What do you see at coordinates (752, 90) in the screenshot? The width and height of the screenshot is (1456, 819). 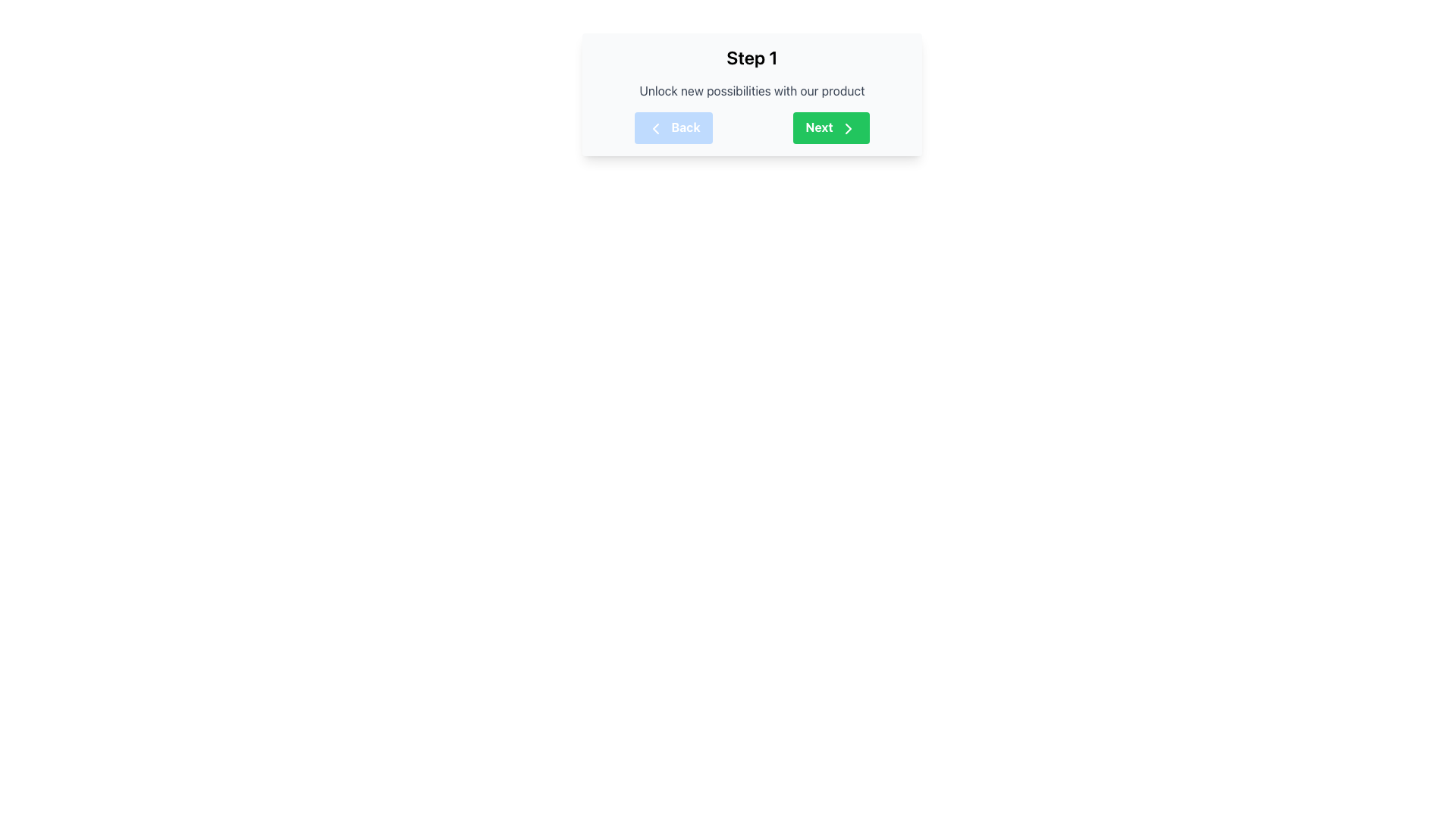 I see `the text element displaying 'Unlock new possibilities with our product', which is centrally located below 'Step 1'` at bounding box center [752, 90].